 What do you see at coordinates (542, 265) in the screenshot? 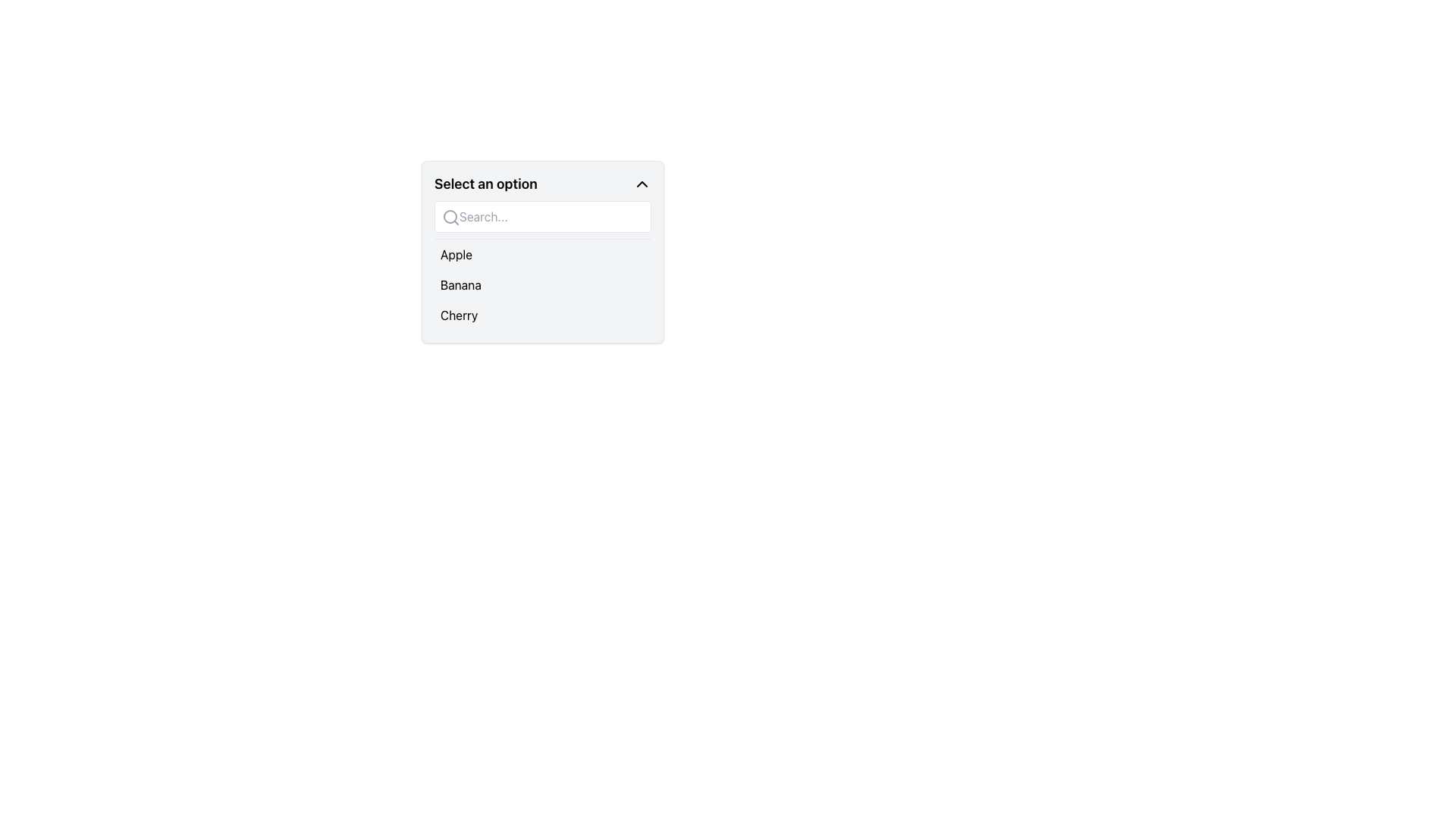
I see `the 'Banana' option in the dropdown menu titled 'Select an option'` at bounding box center [542, 265].